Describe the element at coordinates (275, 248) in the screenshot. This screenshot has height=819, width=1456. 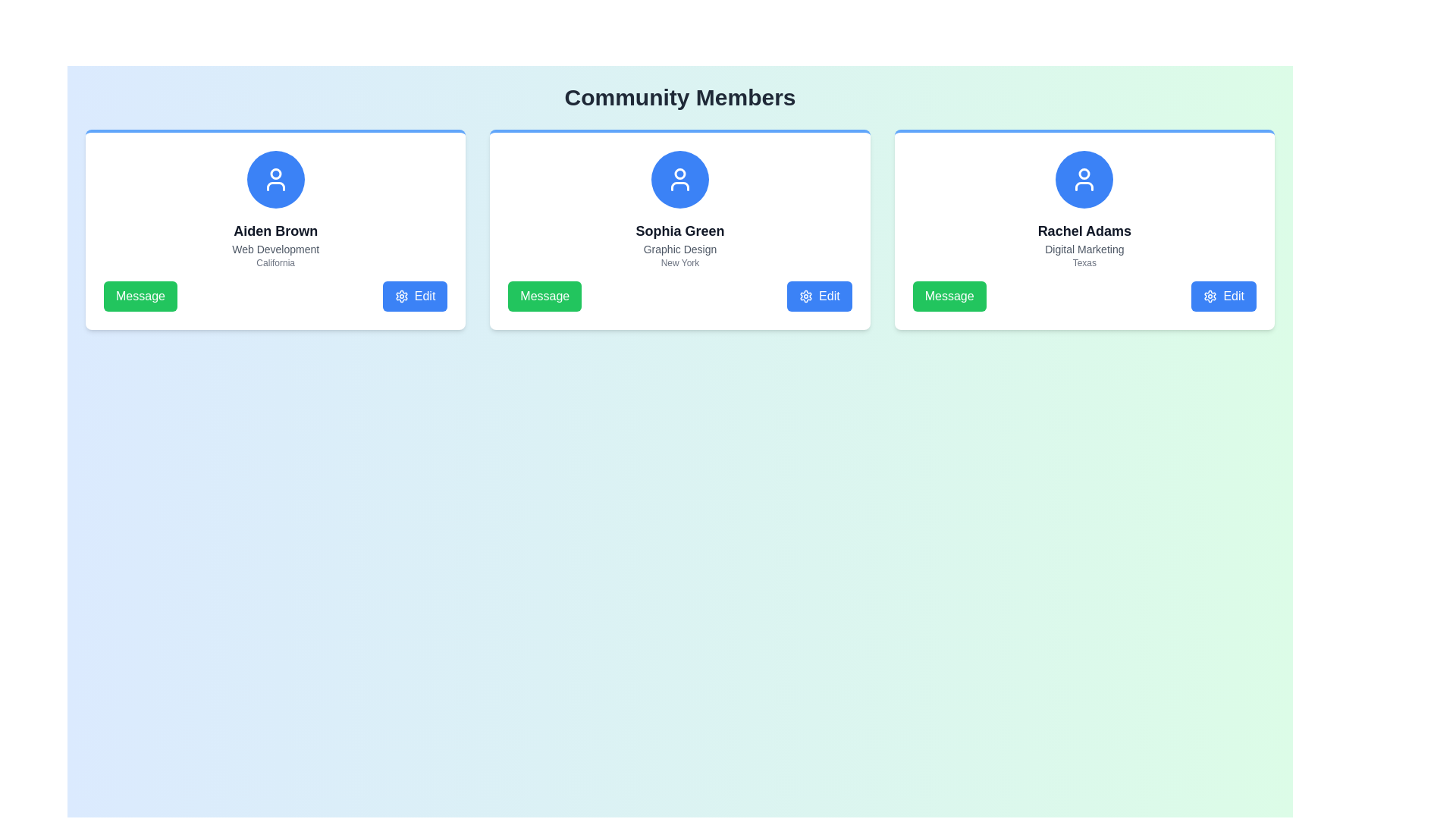
I see `text label displaying 'Web Development' located below the main title 'Aiden Brown' in gray font within the card` at that location.